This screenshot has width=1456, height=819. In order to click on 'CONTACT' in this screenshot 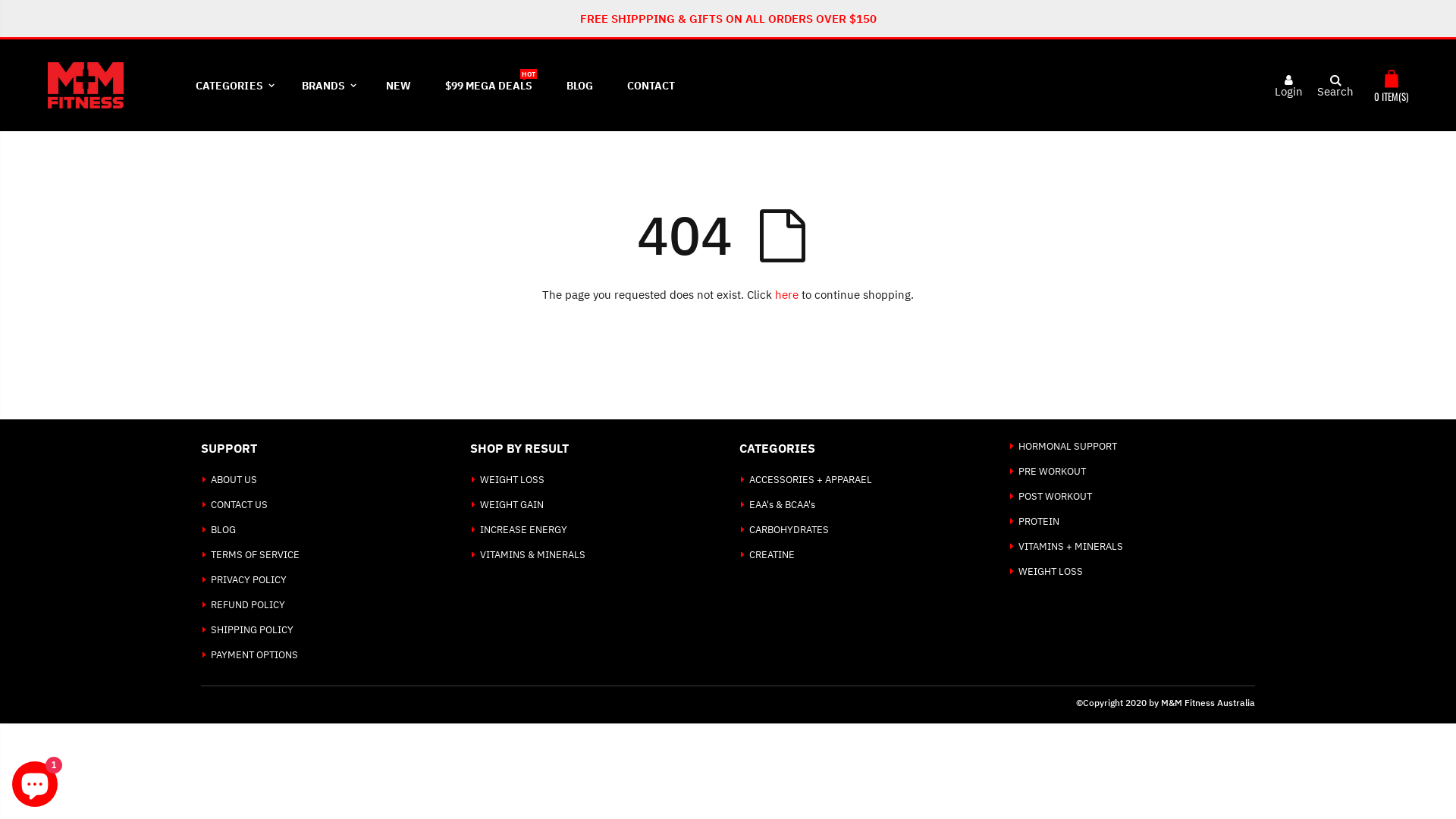, I will do `click(615, 84)`.